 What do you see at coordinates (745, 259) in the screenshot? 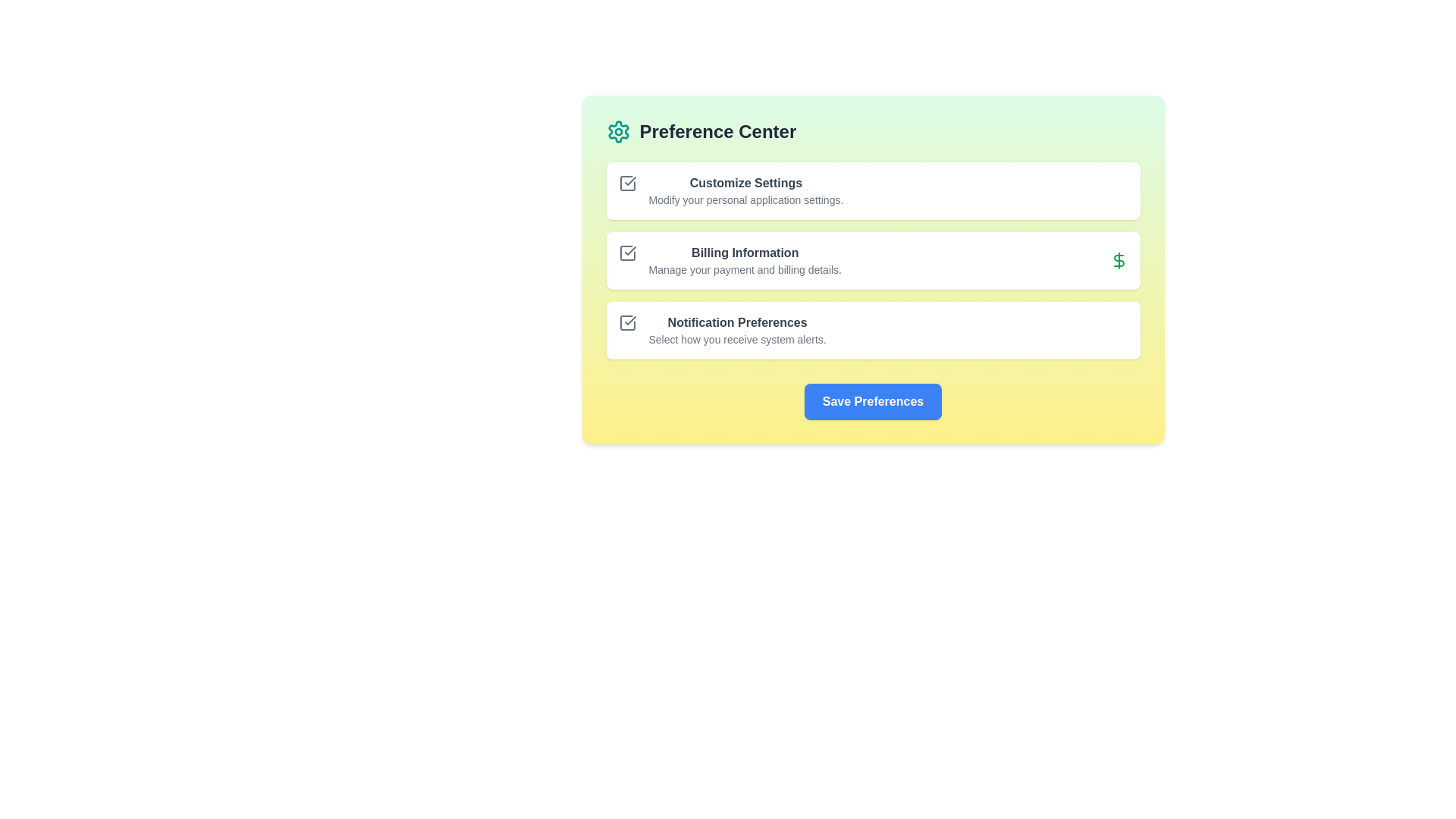
I see `text block containing the header and subtext that describes billing information settings, located in the middle section of the 'Preference Center' interface, specifically in the second row of options` at bounding box center [745, 259].